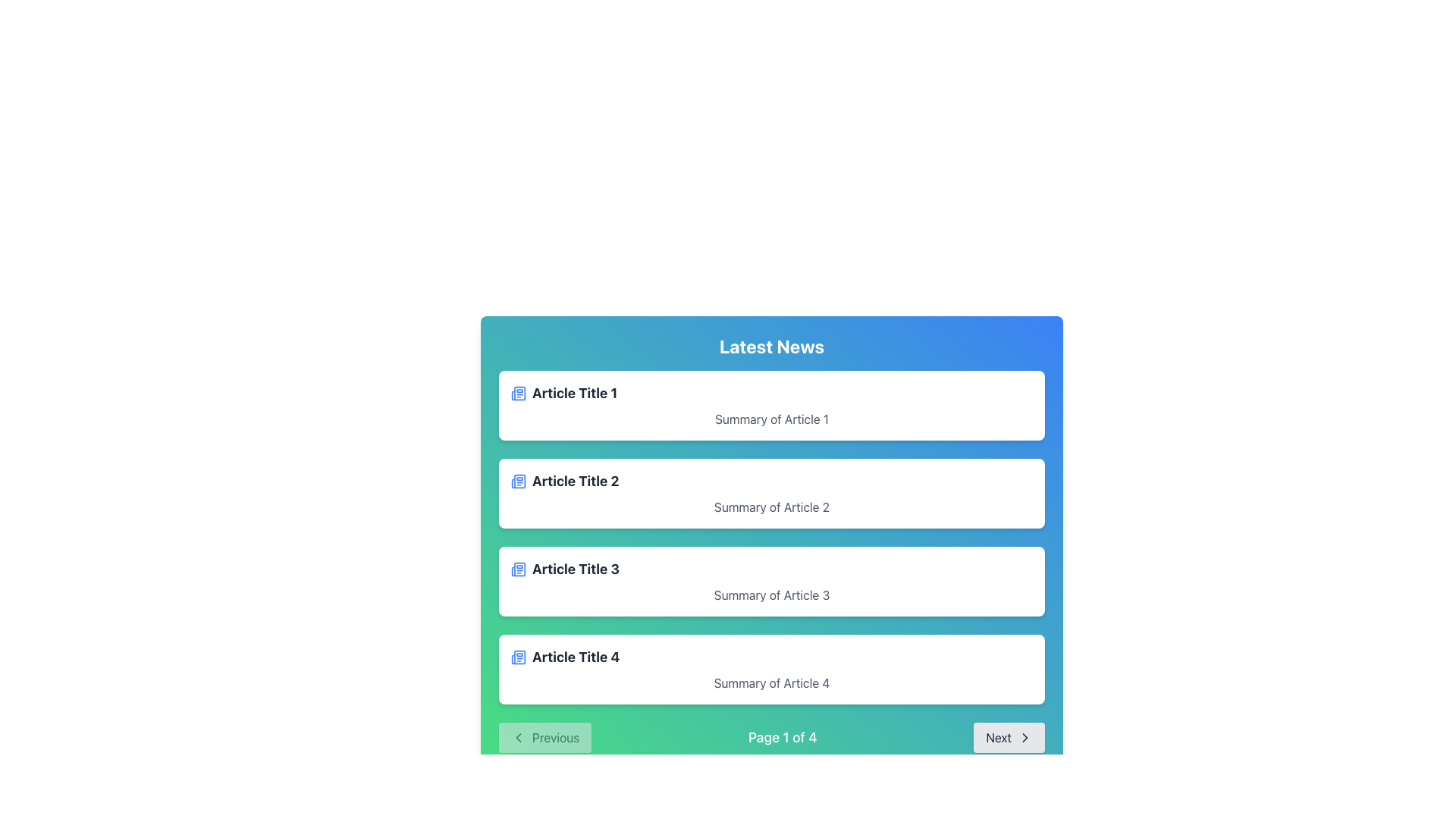  I want to click on the left-facing chevron within the 'Previous' button, so click(519, 736).